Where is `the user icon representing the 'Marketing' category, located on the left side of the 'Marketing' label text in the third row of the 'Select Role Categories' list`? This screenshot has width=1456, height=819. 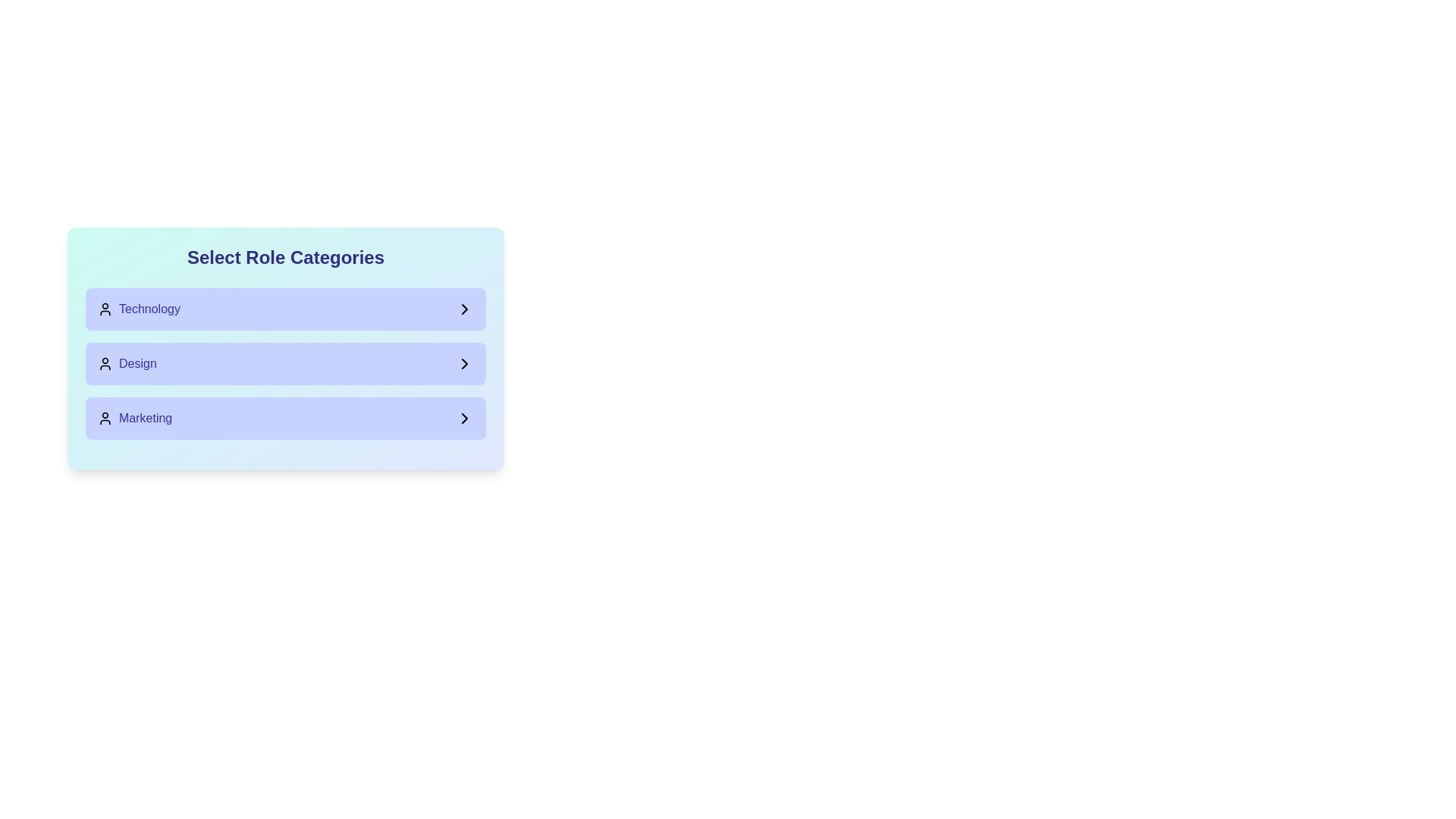
the user icon representing the 'Marketing' category, located on the left side of the 'Marketing' label text in the third row of the 'Select Role Categories' list is located at coordinates (105, 418).